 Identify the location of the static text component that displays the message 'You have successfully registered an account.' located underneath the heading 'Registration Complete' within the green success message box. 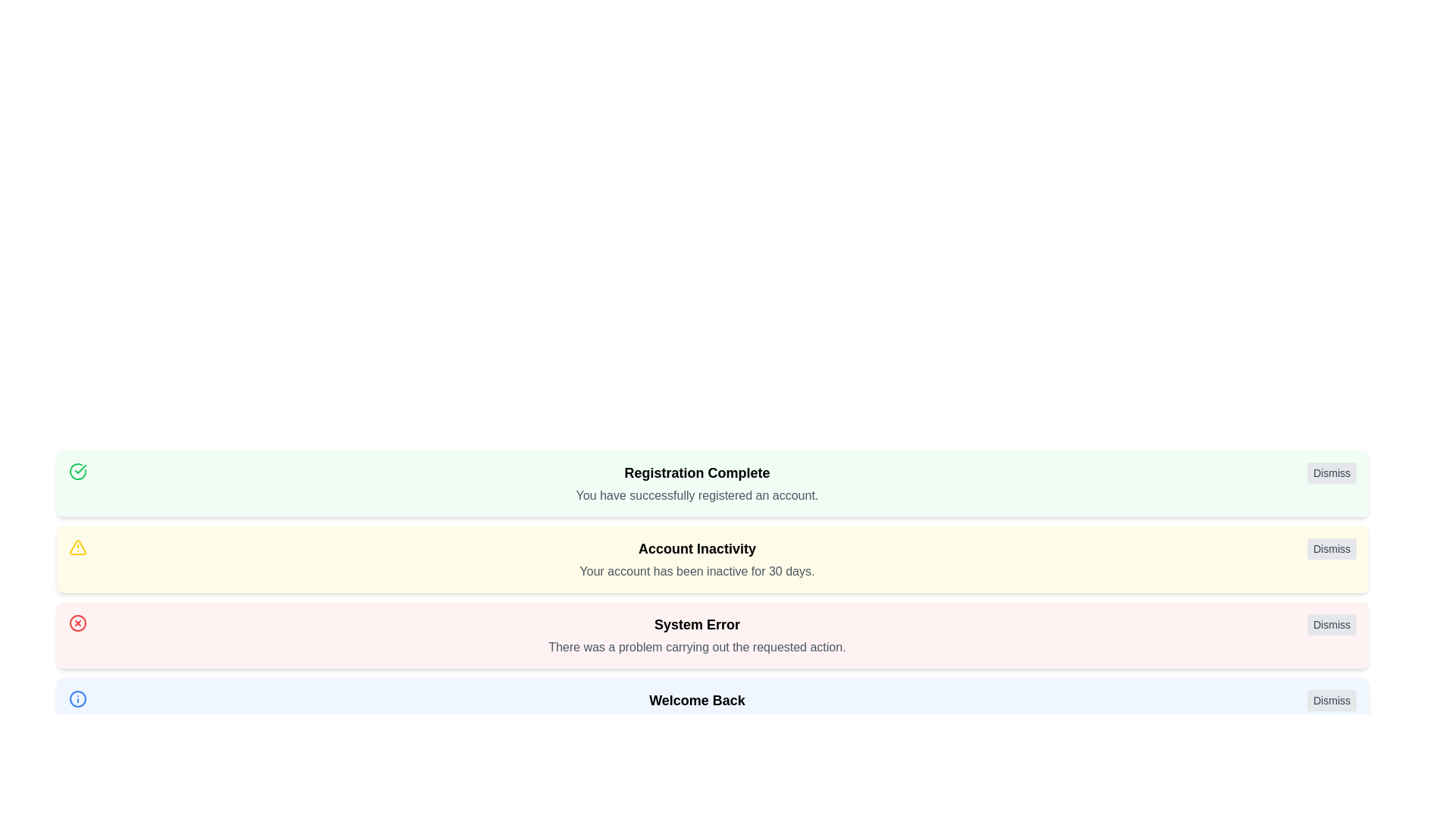
(696, 496).